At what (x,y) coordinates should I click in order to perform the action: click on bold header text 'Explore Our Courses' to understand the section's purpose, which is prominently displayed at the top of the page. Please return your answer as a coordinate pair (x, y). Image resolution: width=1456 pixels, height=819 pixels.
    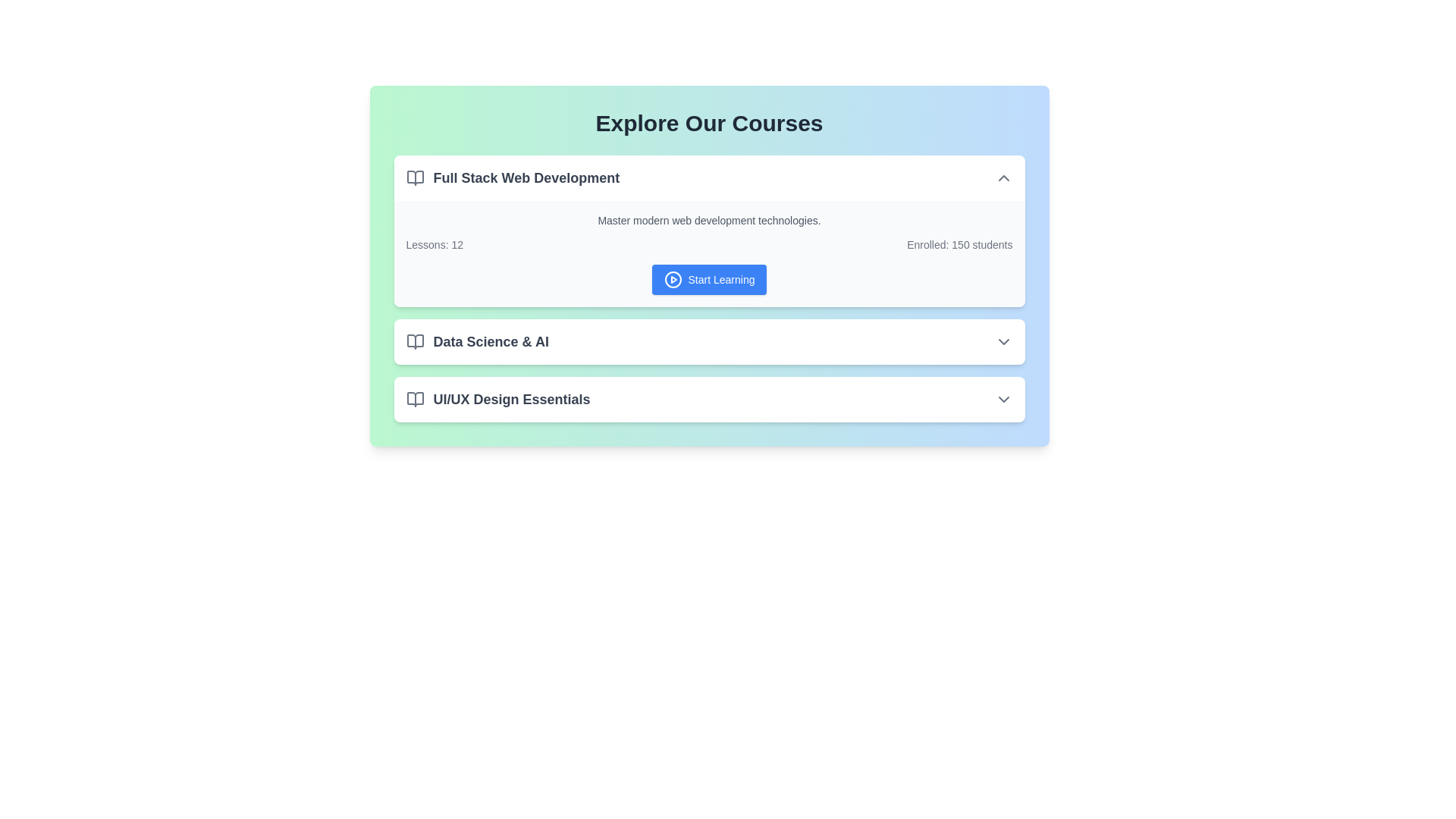
    Looking at the image, I should click on (708, 122).